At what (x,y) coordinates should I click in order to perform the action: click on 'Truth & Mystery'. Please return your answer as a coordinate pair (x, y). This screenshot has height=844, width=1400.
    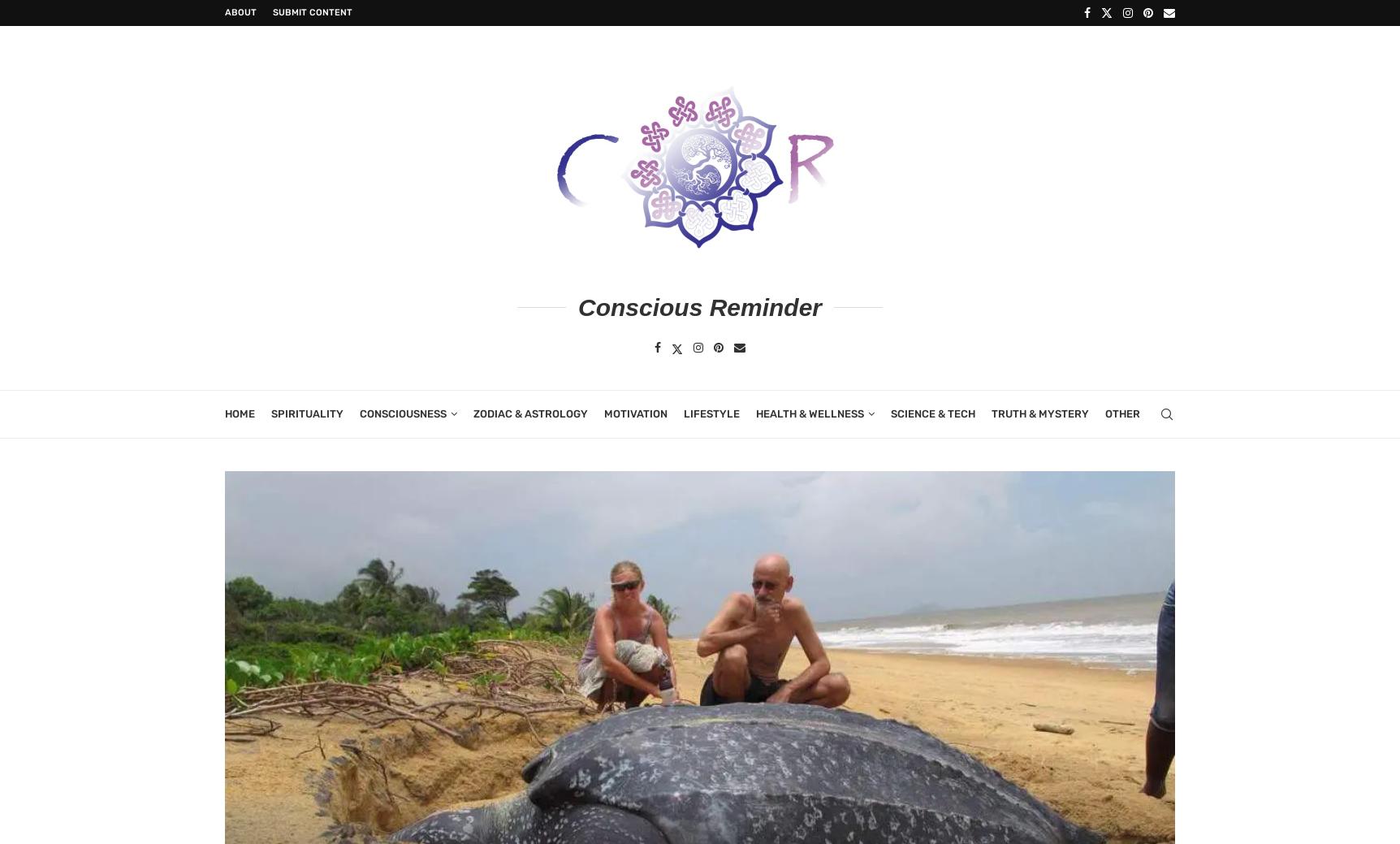
    Looking at the image, I should click on (991, 412).